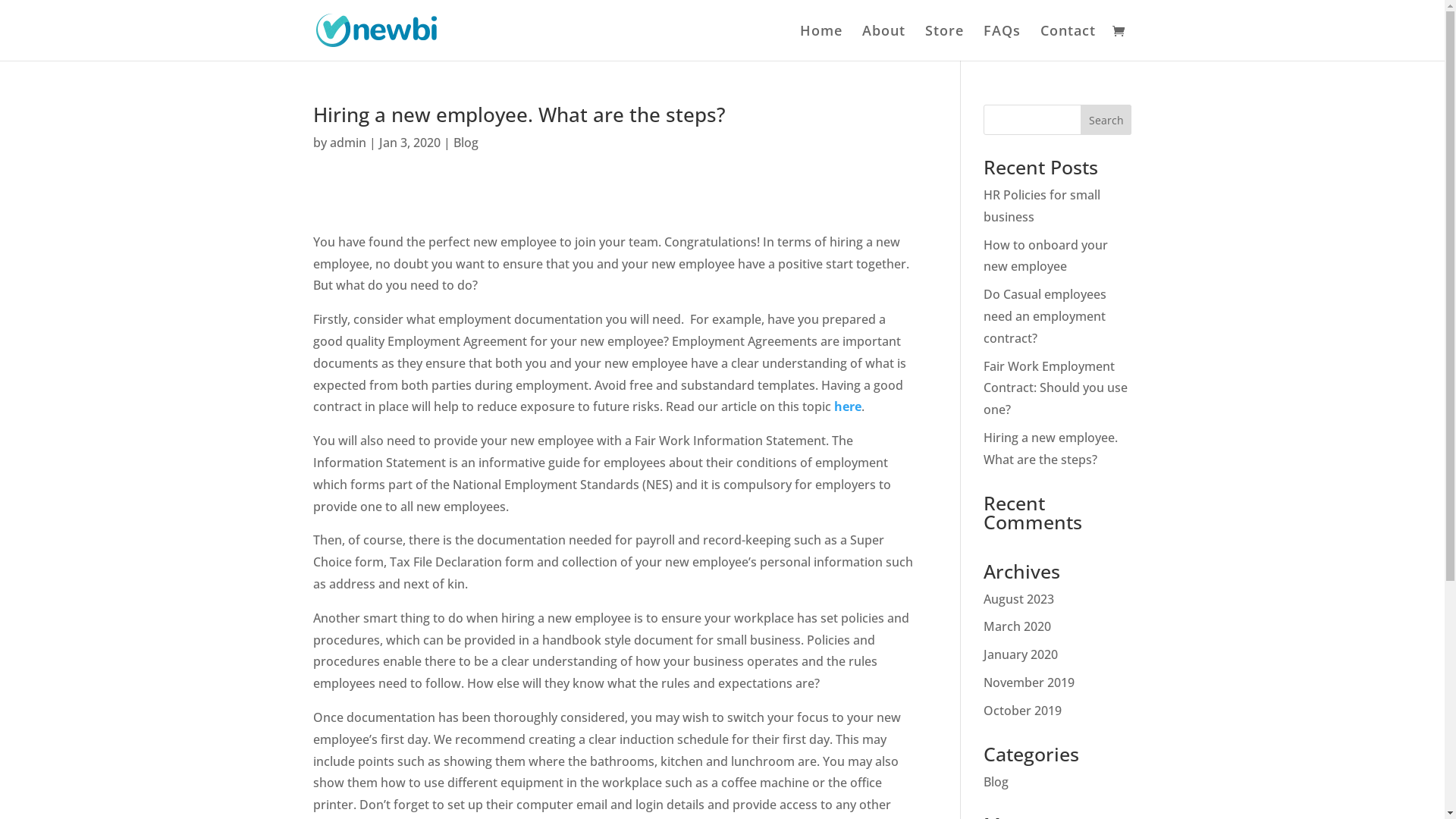 This screenshot has width=1456, height=819. I want to click on 'HR Policies for small business', so click(1040, 206).